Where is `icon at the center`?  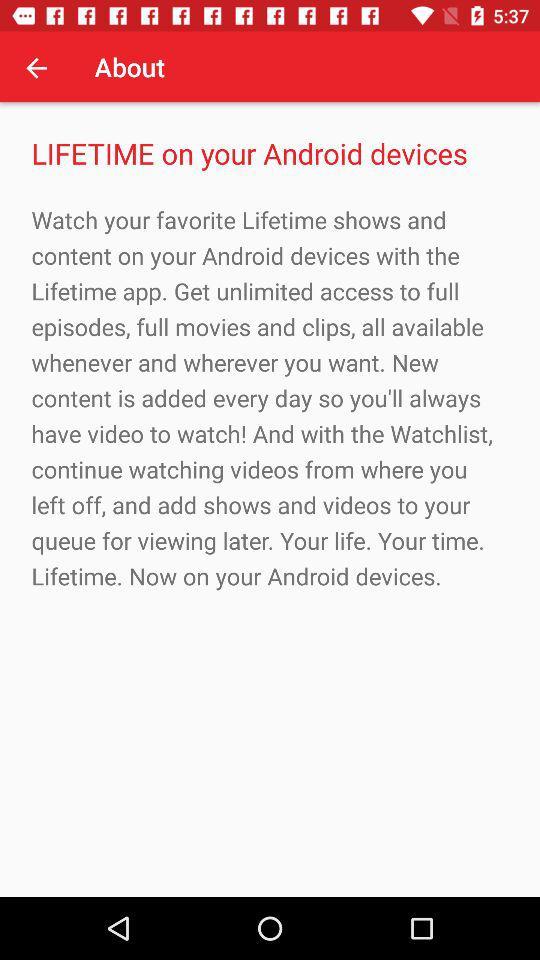
icon at the center is located at coordinates (270, 397).